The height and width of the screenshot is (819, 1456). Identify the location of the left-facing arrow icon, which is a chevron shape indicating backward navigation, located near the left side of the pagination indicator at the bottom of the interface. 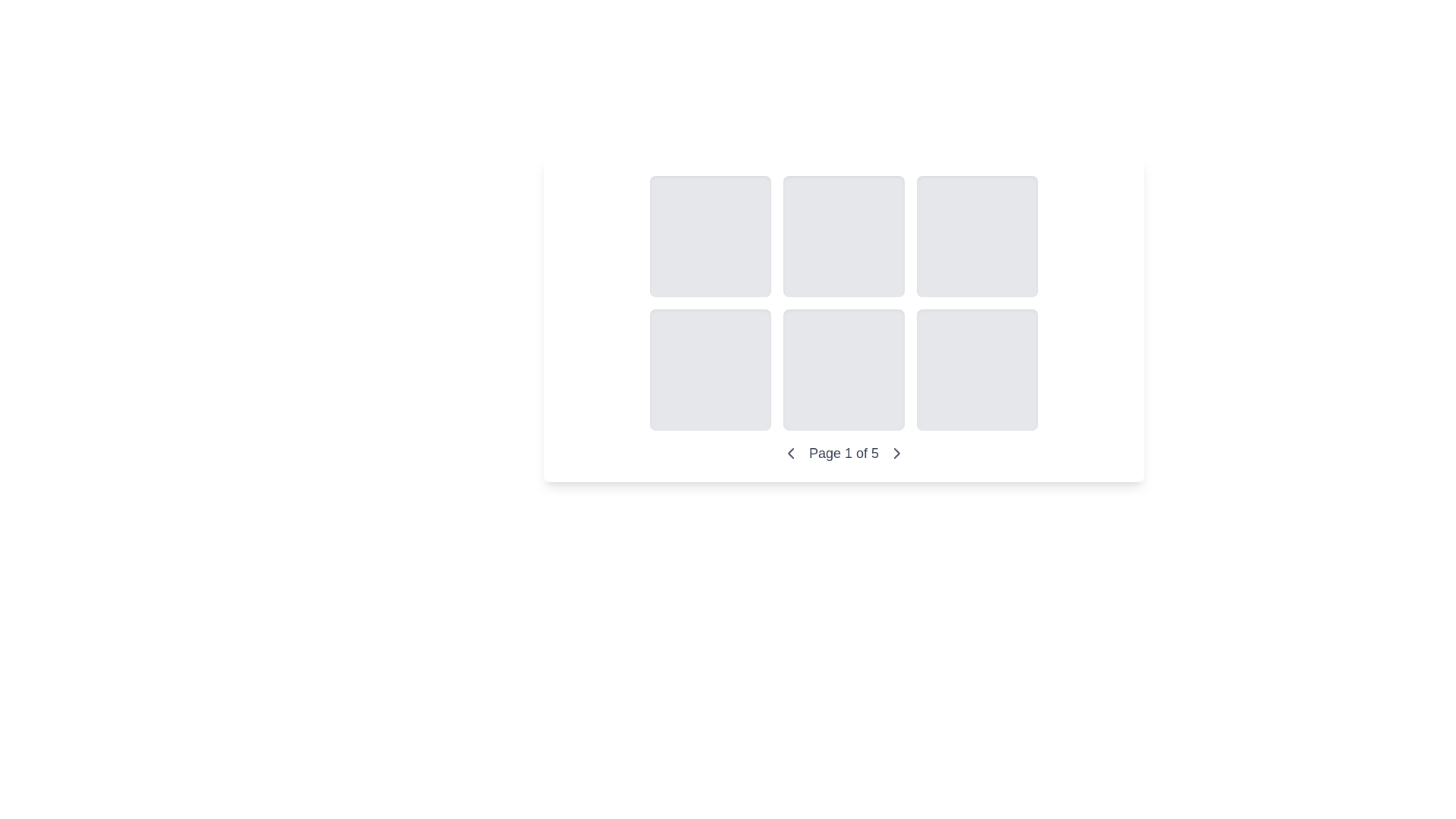
(789, 452).